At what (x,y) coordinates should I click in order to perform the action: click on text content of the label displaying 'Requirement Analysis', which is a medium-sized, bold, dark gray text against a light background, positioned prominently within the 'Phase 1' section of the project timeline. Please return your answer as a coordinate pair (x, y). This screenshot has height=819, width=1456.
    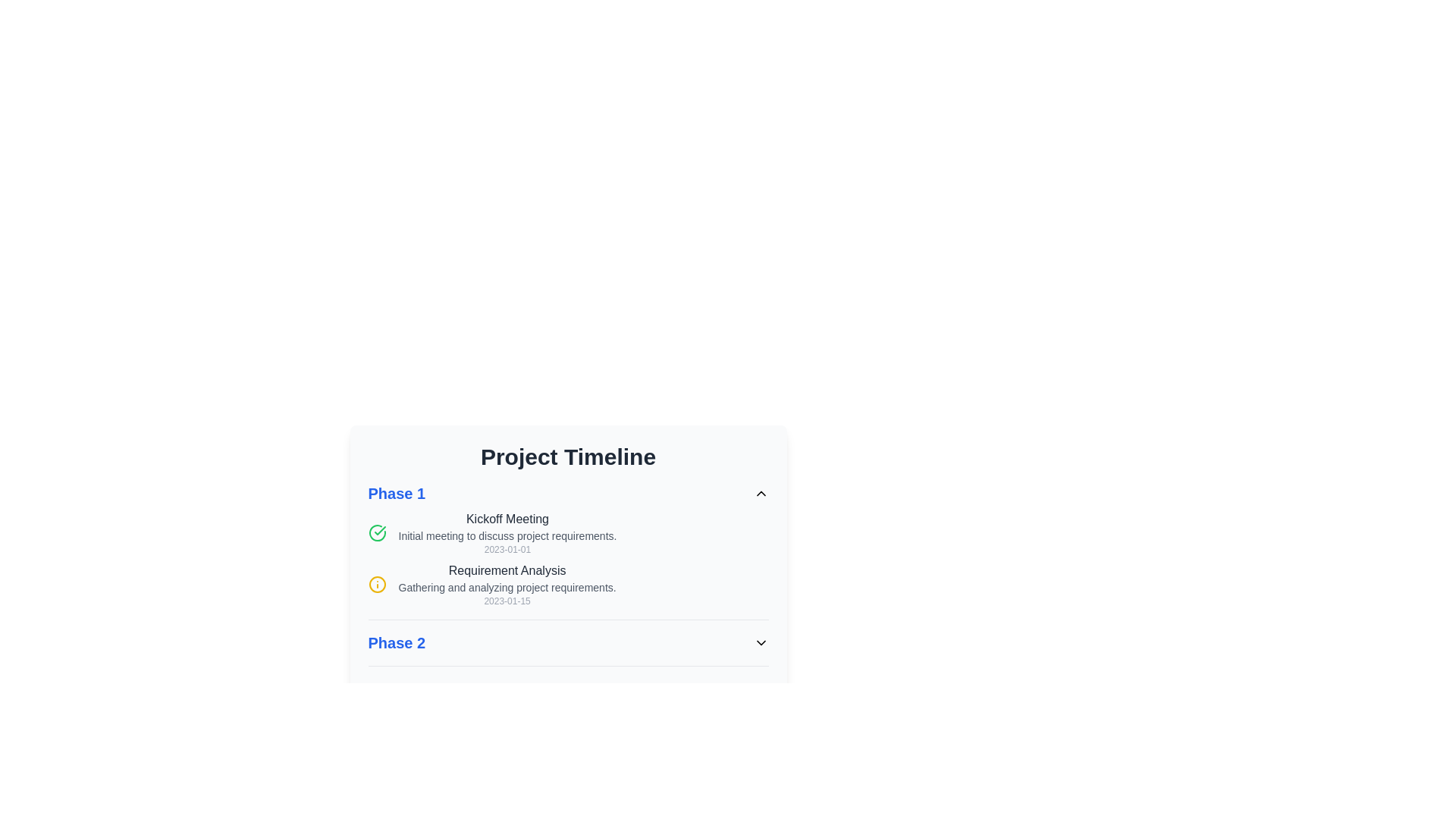
    Looking at the image, I should click on (507, 570).